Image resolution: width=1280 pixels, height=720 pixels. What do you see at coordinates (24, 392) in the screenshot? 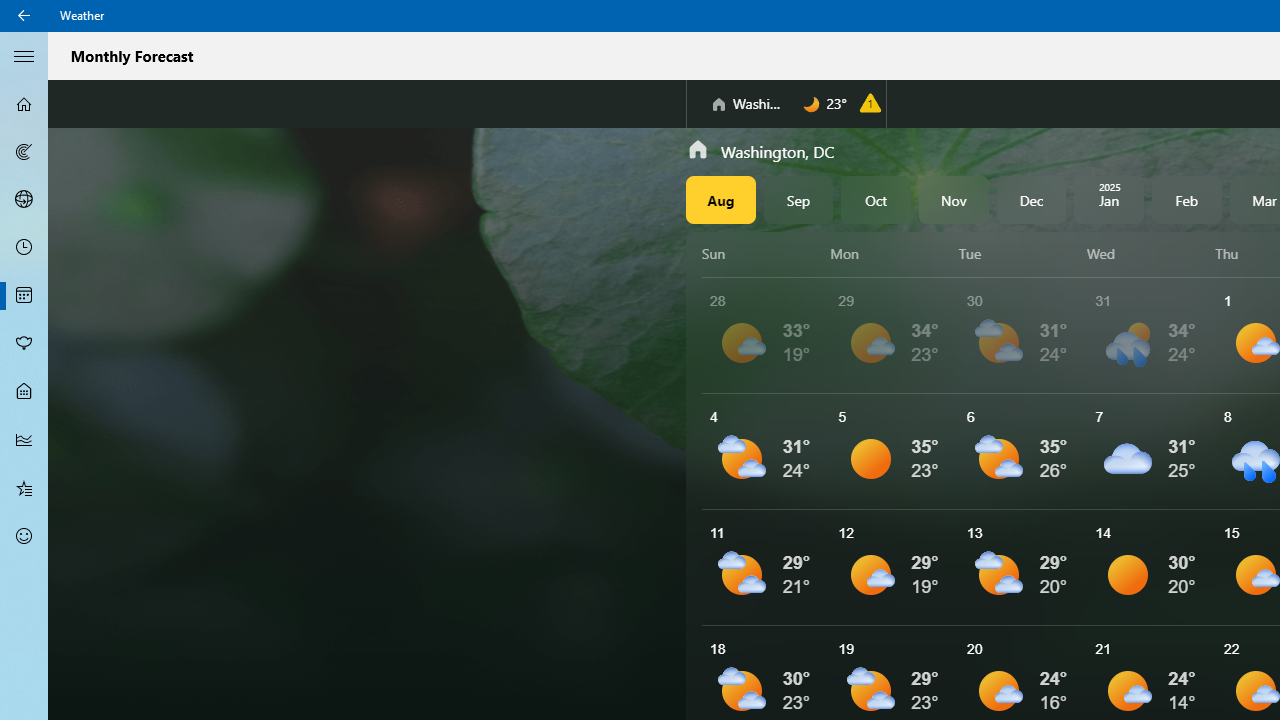
I see `'Life - Not Selected'` at bounding box center [24, 392].